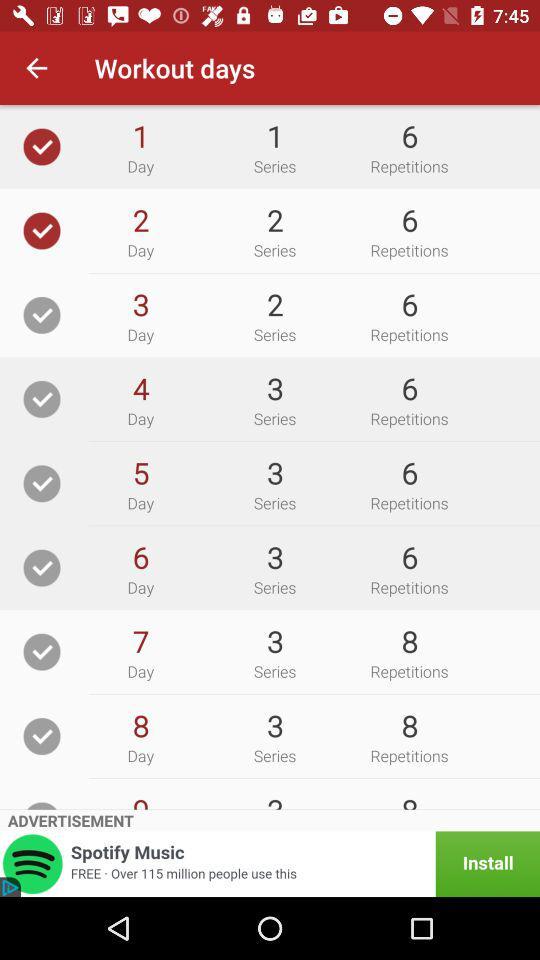 The height and width of the screenshot is (960, 540). I want to click on check off workout day 2, so click(42, 230).